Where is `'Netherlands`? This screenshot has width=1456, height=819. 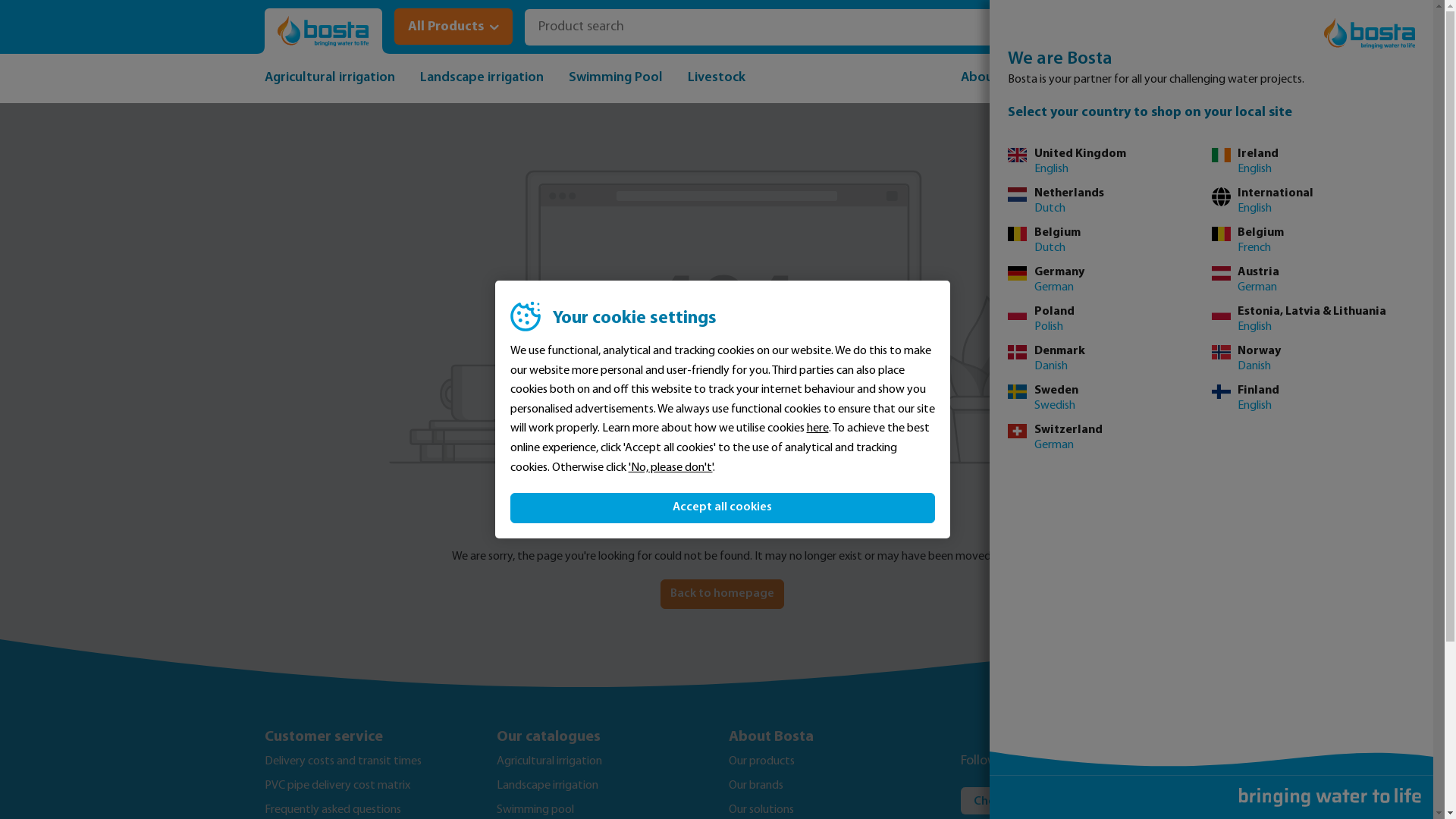 'Netherlands is located at coordinates (1109, 200).